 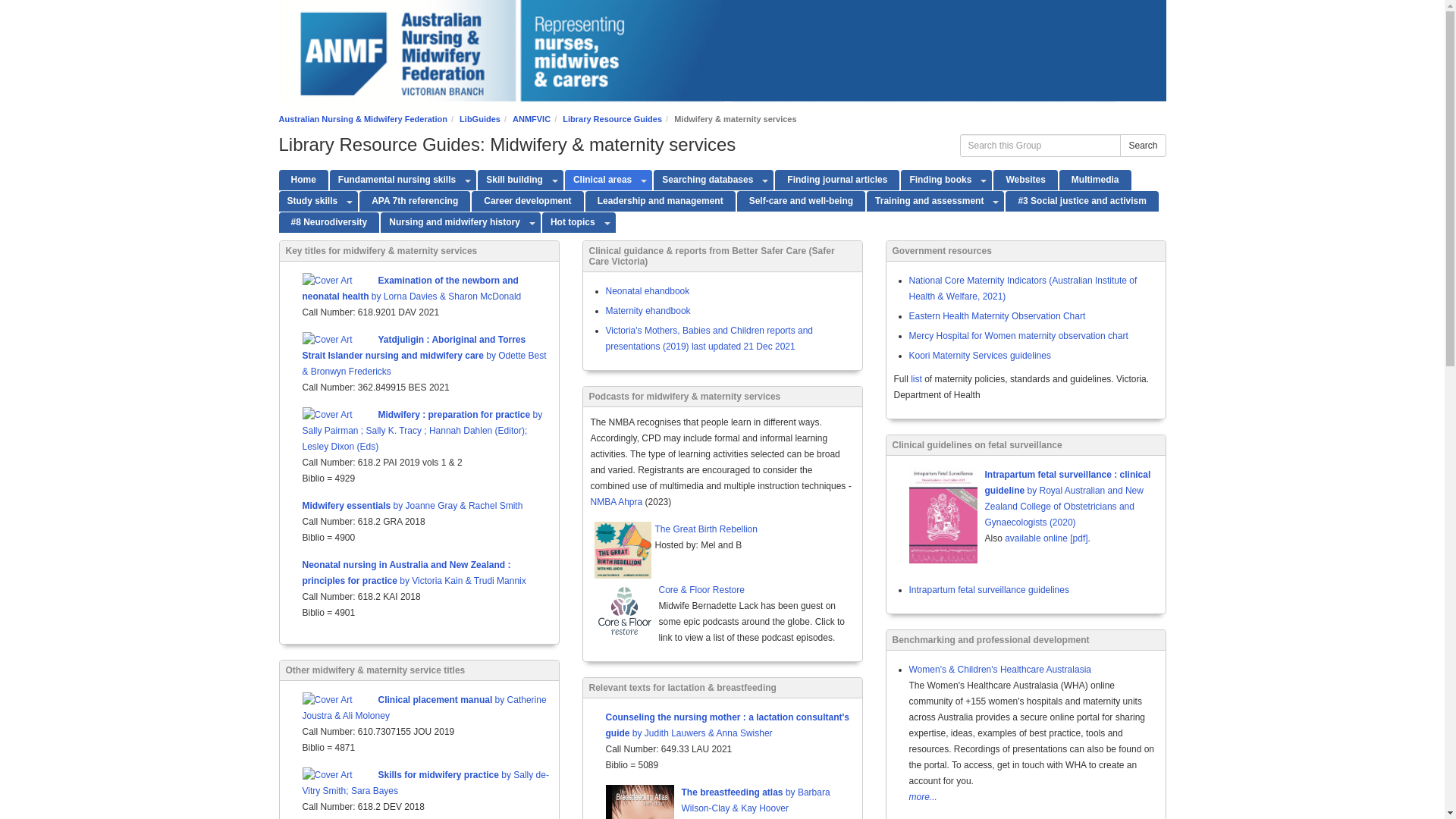 I want to click on 'Toggle Dropdown', so click(x=532, y=222).